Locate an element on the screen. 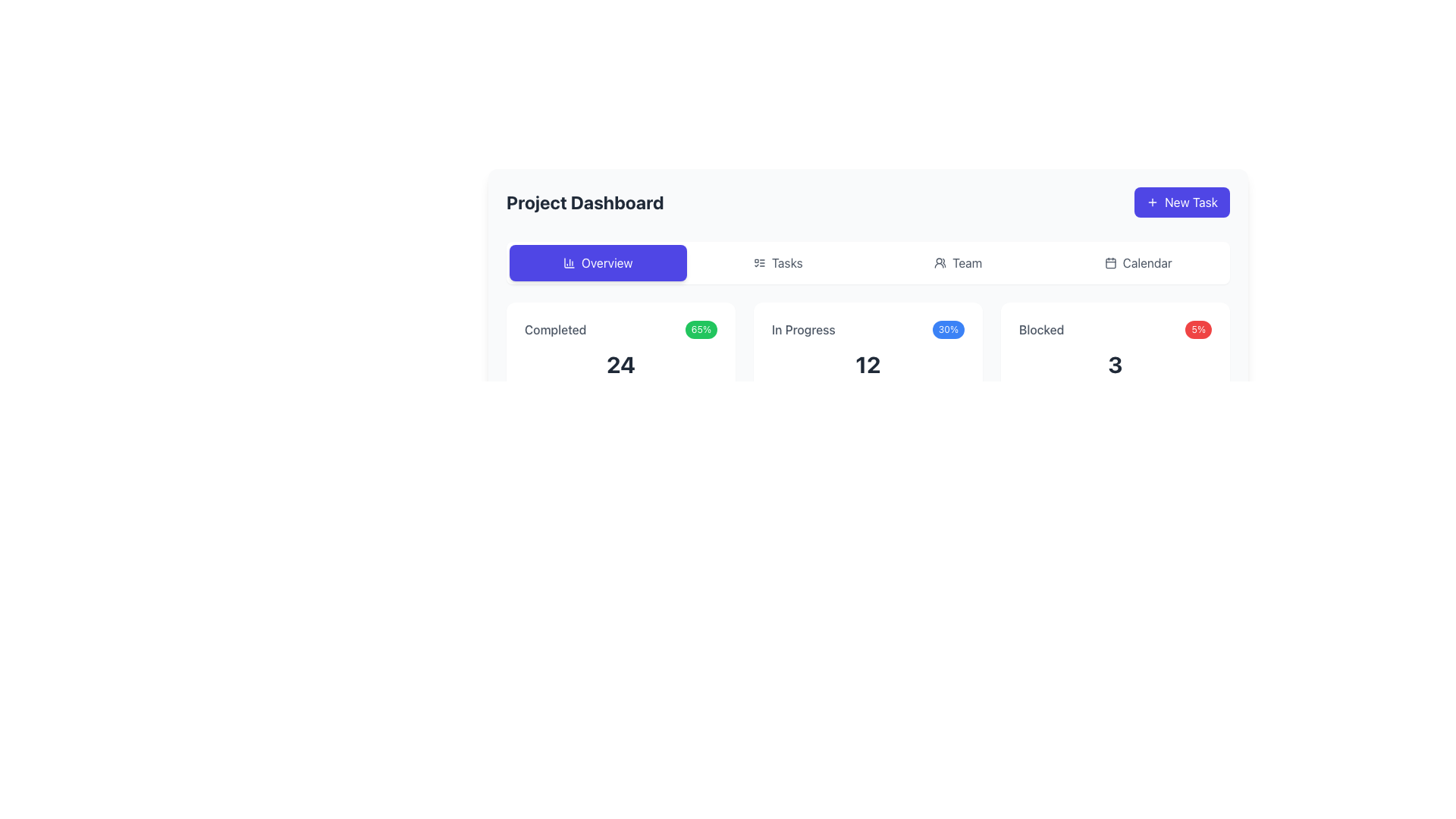 The image size is (1456, 819). the badge of the status indicator labeled 'Blocked', which displays '5%' on the right side is located at coordinates (1115, 329).